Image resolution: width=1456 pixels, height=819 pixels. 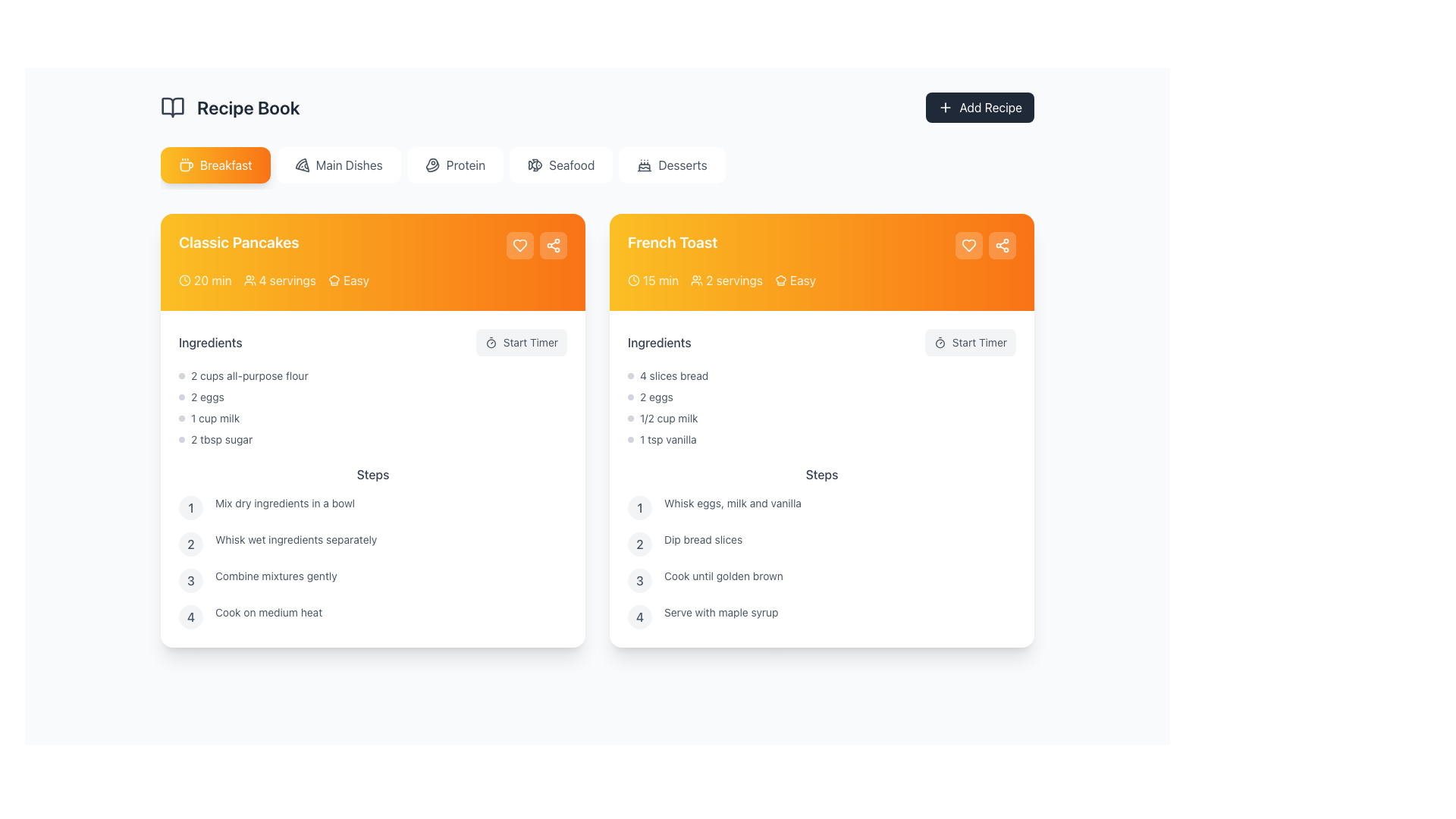 What do you see at coordinates (465, 165) in the screenshot?
I see `the 'Protein' button, which is the third item in the horizontal navigation bar` at bounding box center [465, 165].